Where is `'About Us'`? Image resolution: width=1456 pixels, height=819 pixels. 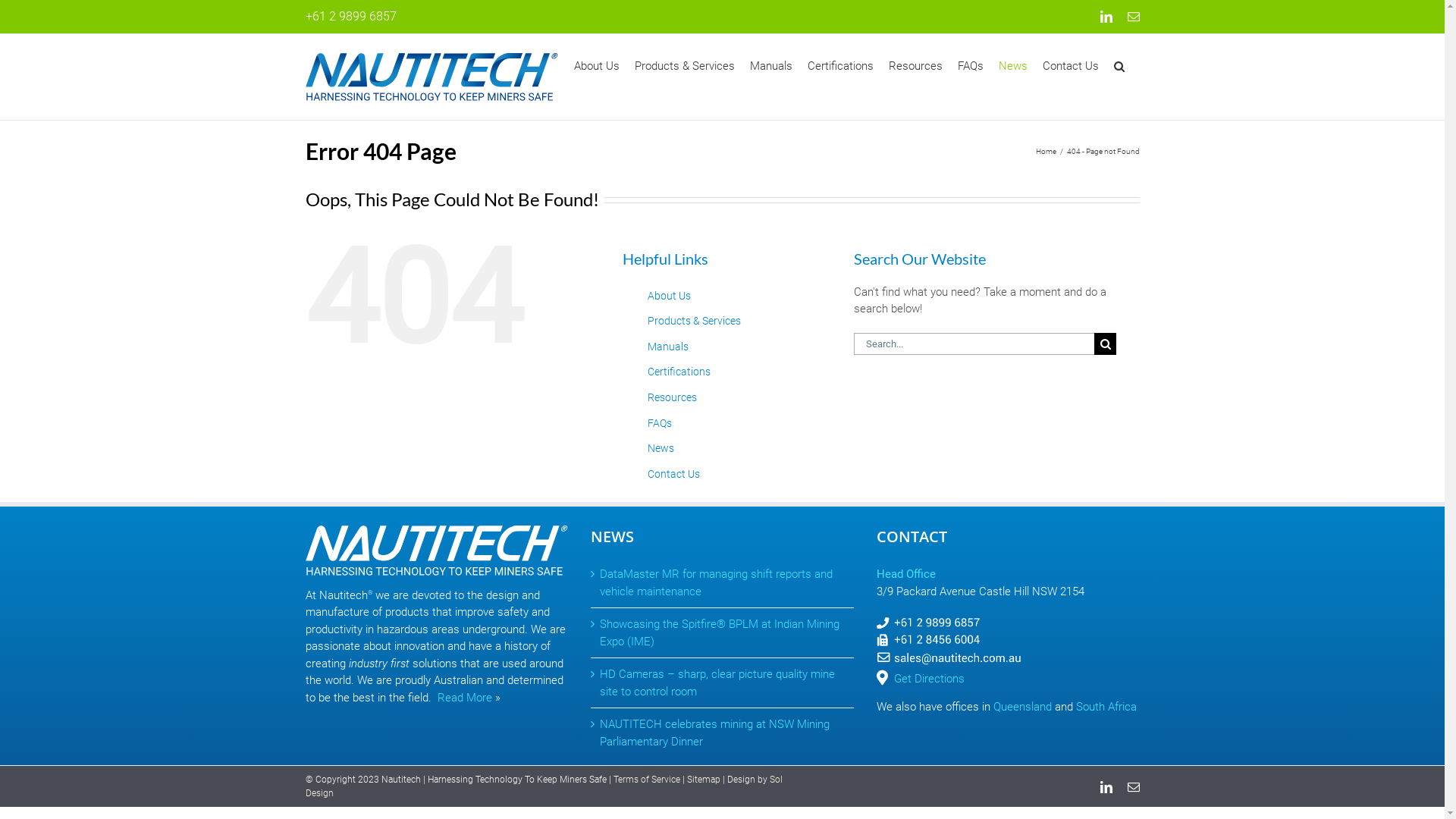 'About Us' is located at coordinates (595, 65).